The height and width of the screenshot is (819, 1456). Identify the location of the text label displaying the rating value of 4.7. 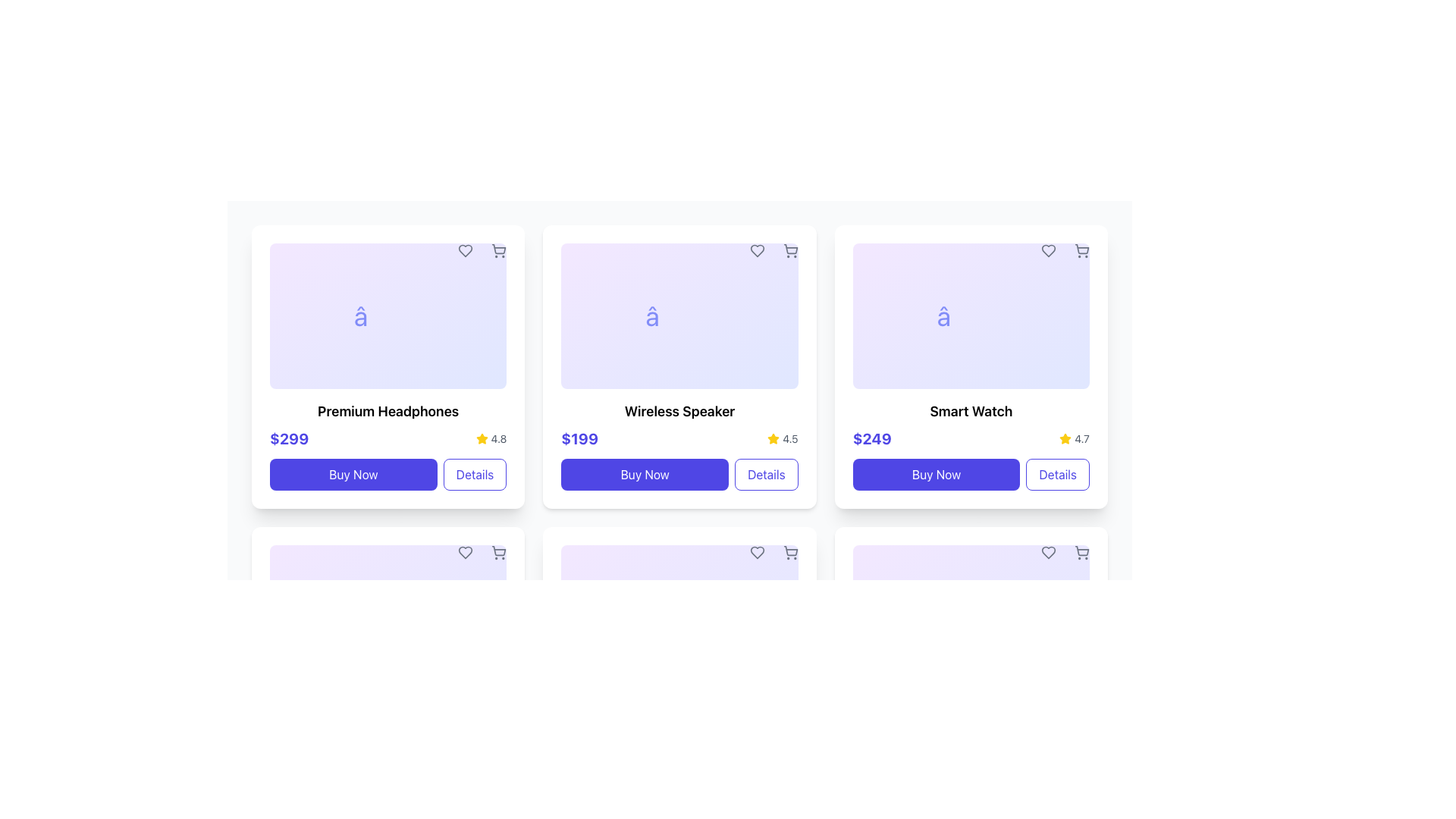
(1074, 438).